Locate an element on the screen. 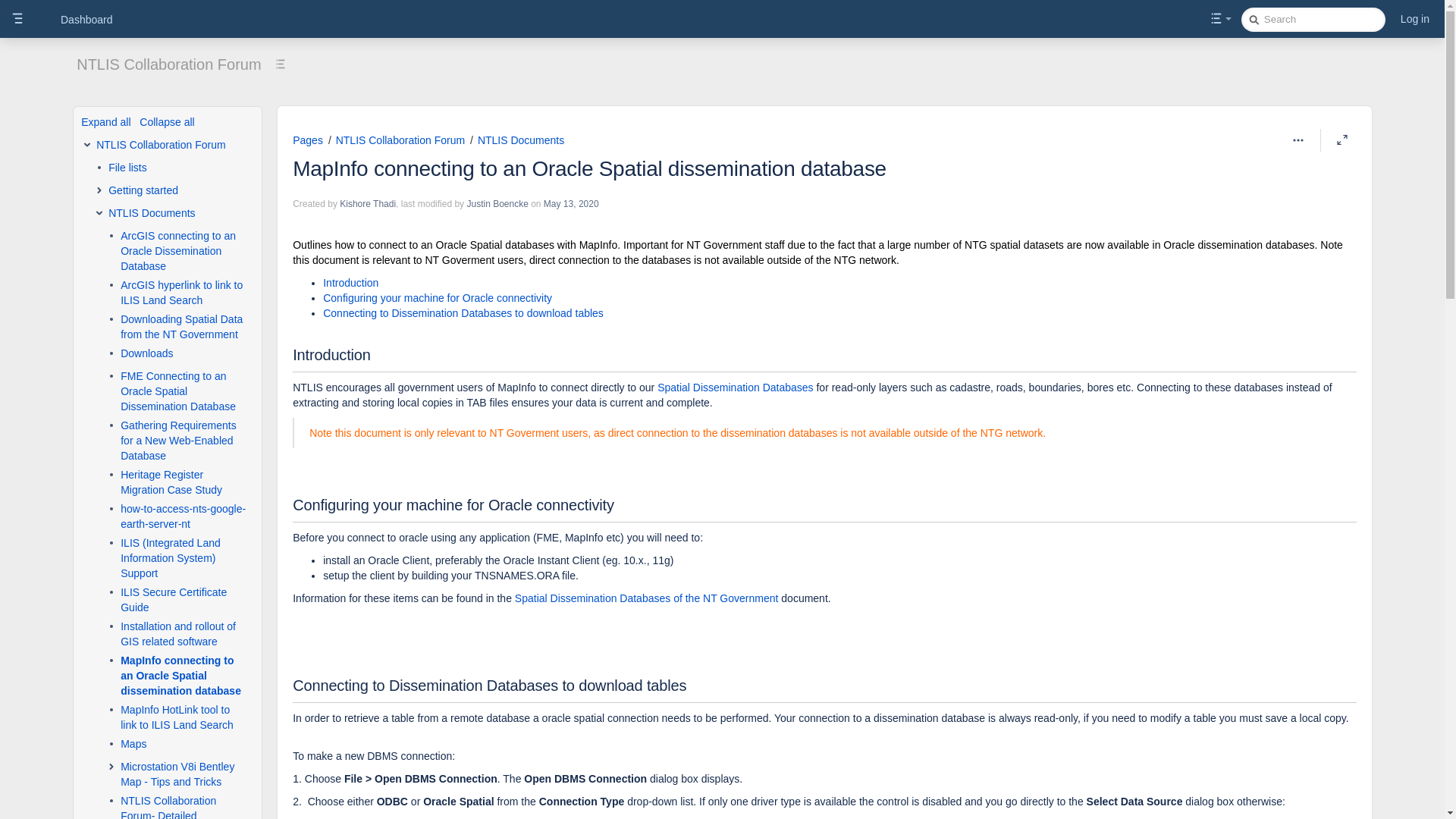 The image size is (1456, 819). 'Maps' is located at coordinates (133, 742).